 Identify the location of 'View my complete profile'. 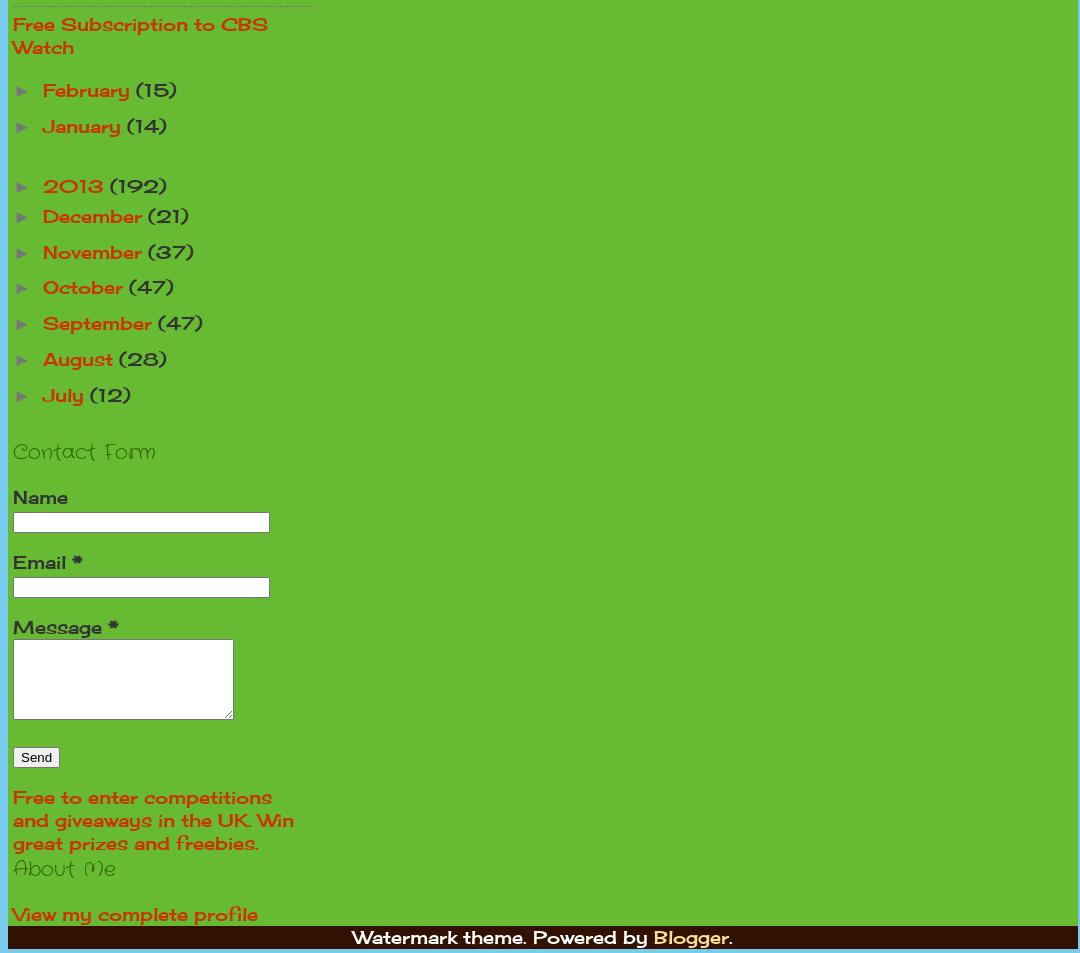
(135, 912).